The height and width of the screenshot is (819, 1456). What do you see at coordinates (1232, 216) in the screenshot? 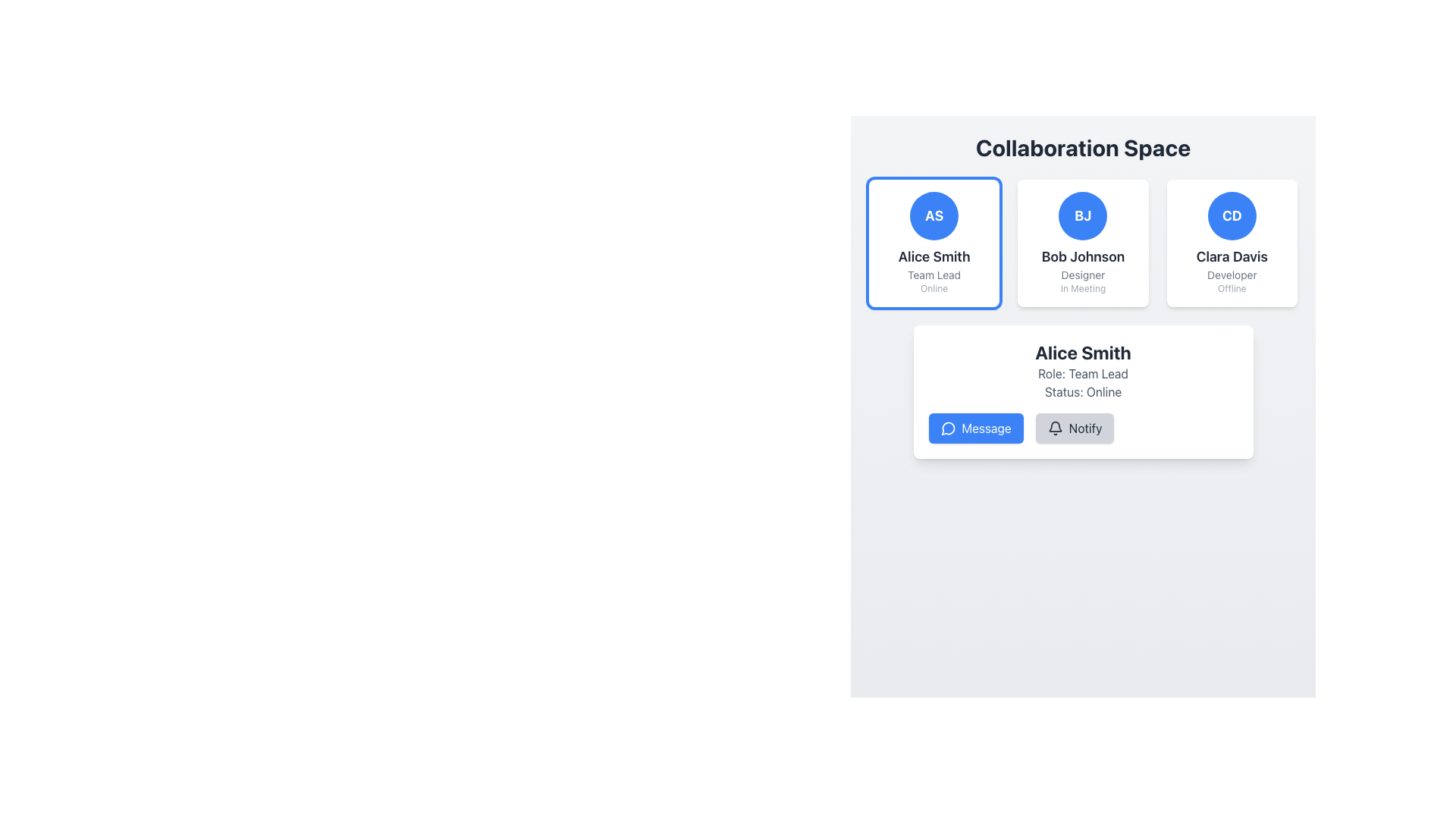
I see `the circular Avatar badge with a blue background and white 'CD' letters, which is located at the top-center of the user Clara Davis's card` at bounding box center [1232, 216].